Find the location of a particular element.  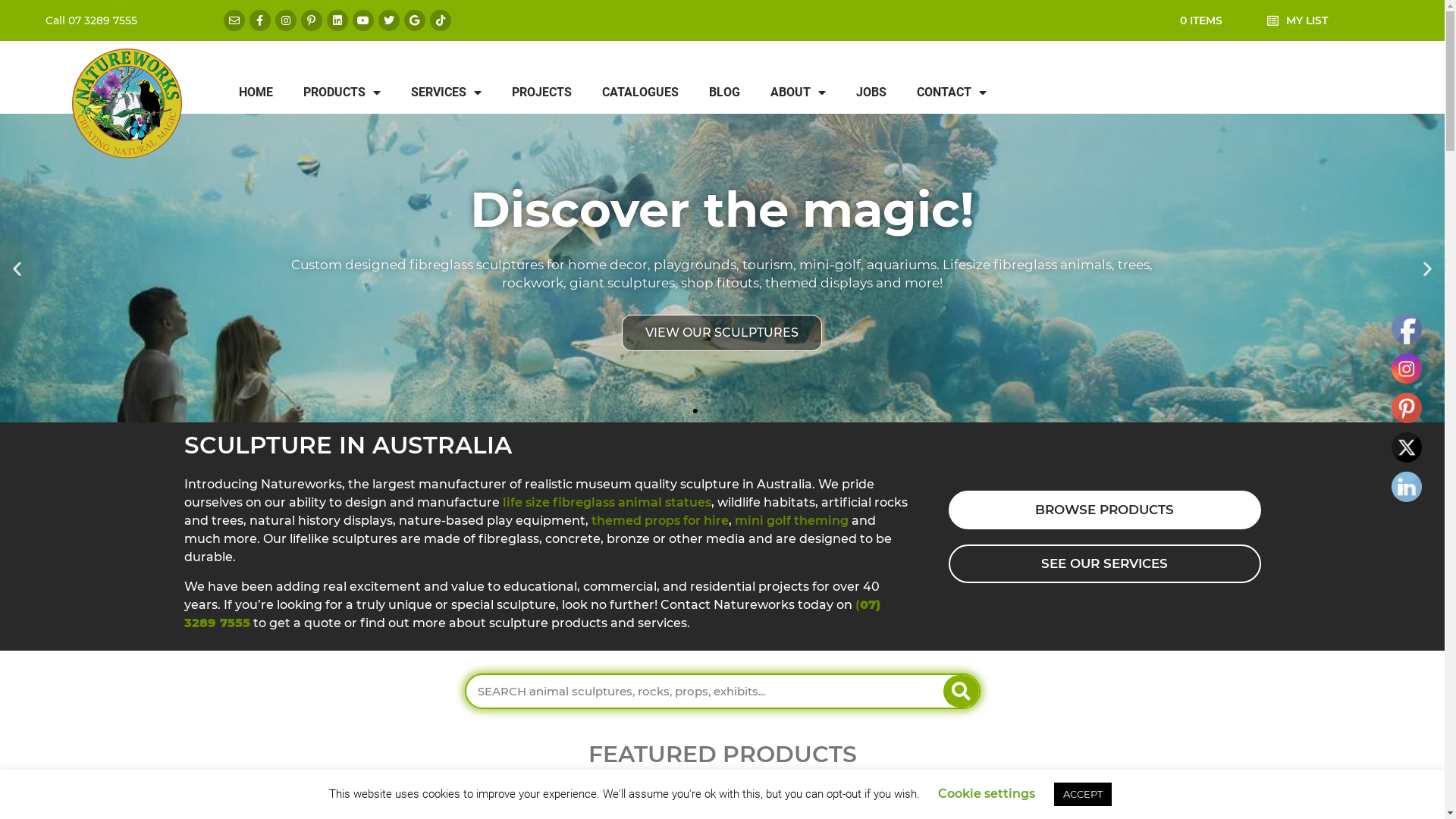

'life size fibreglass animal statues' is located at coordinates (605, 502).